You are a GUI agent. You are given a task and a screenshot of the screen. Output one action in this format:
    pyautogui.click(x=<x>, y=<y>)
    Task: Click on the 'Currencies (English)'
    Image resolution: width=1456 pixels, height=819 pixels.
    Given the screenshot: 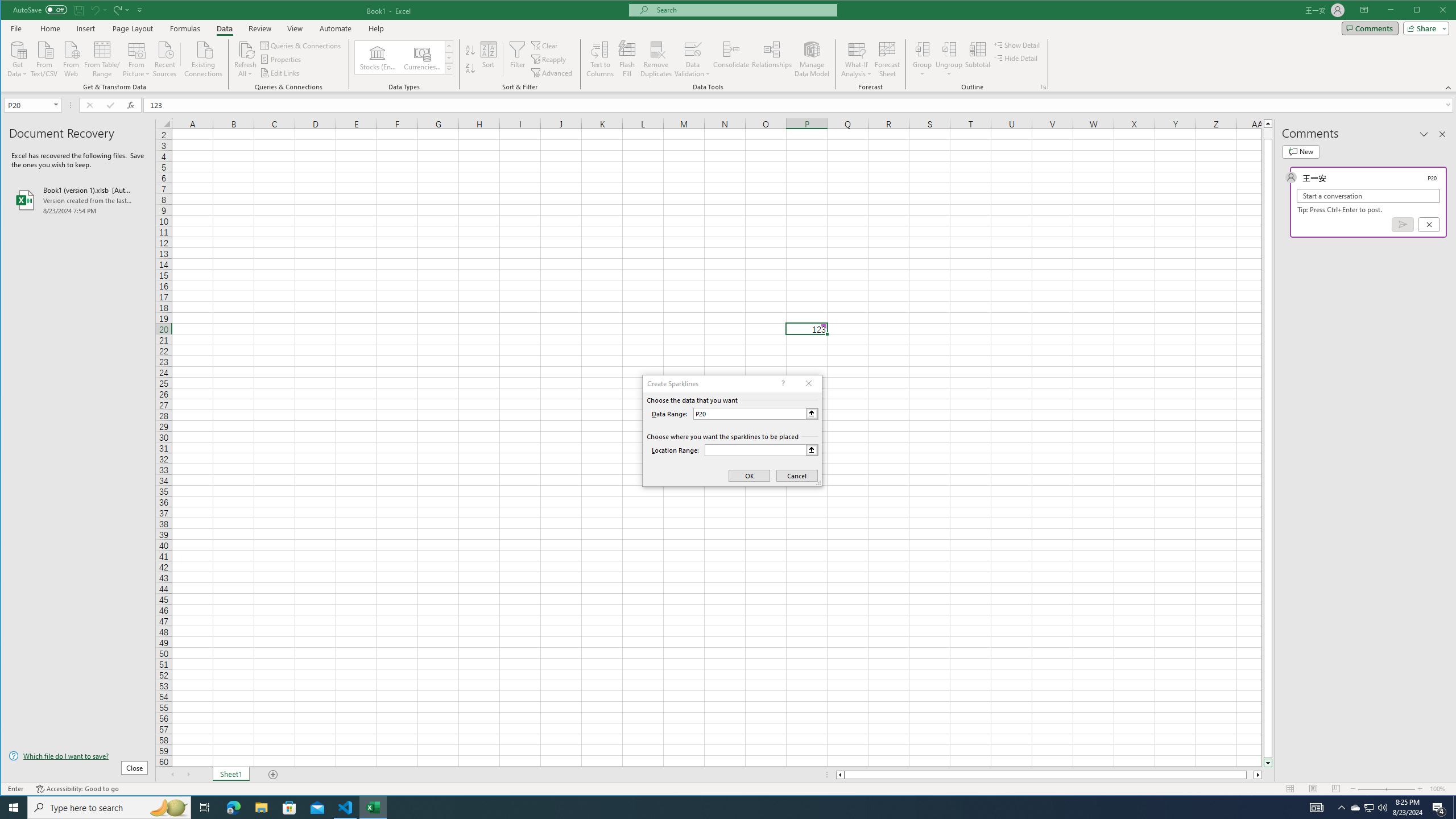 What is the action you would take?
    pyautogui.click(x=421, y=57)
    